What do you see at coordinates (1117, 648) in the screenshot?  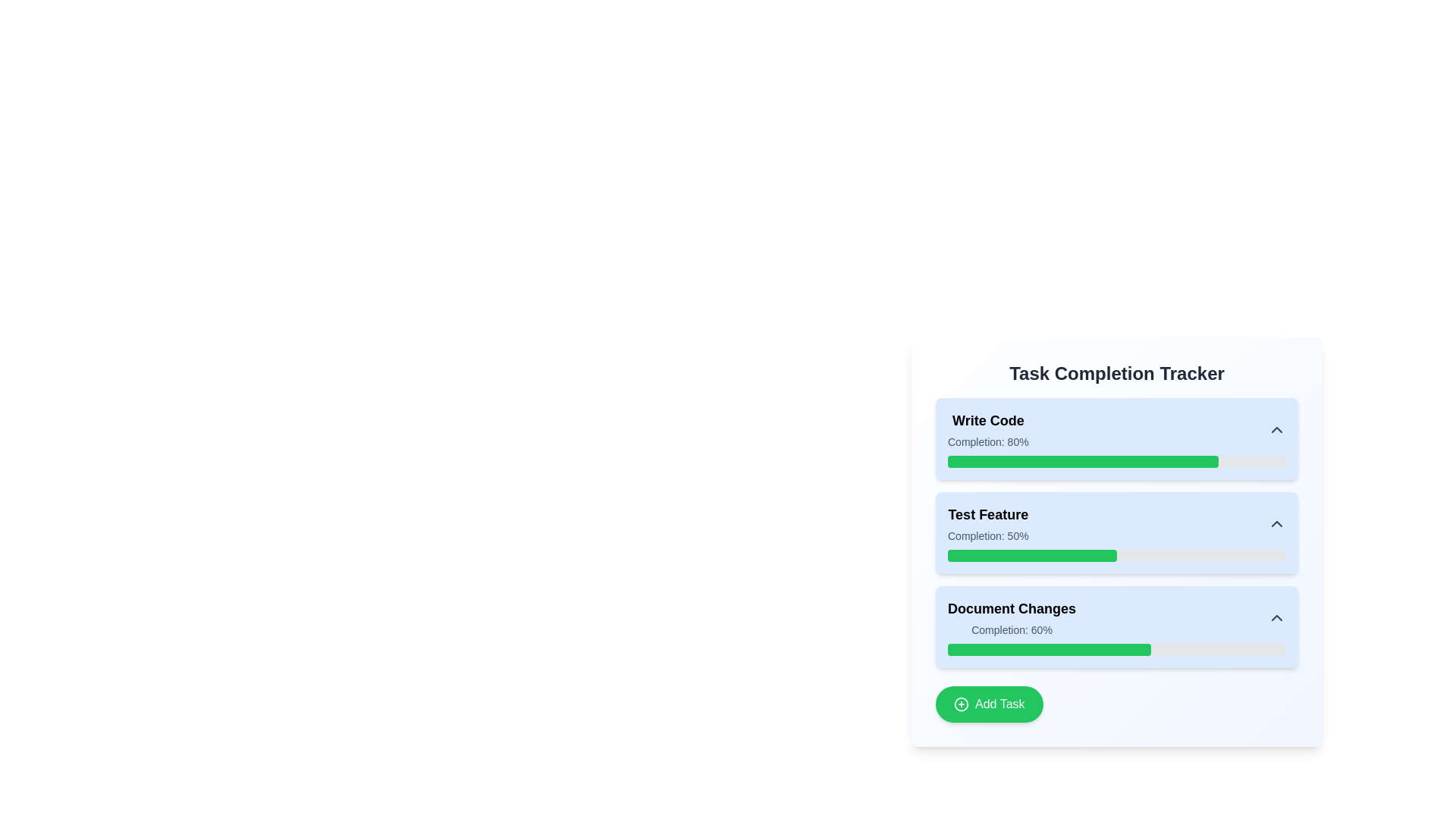 I see `the horizontal progress bar representing 60% completion, located in the 'Document Changes' section beneath 'Completion: 60%'` at bounding box center [1117, 648].